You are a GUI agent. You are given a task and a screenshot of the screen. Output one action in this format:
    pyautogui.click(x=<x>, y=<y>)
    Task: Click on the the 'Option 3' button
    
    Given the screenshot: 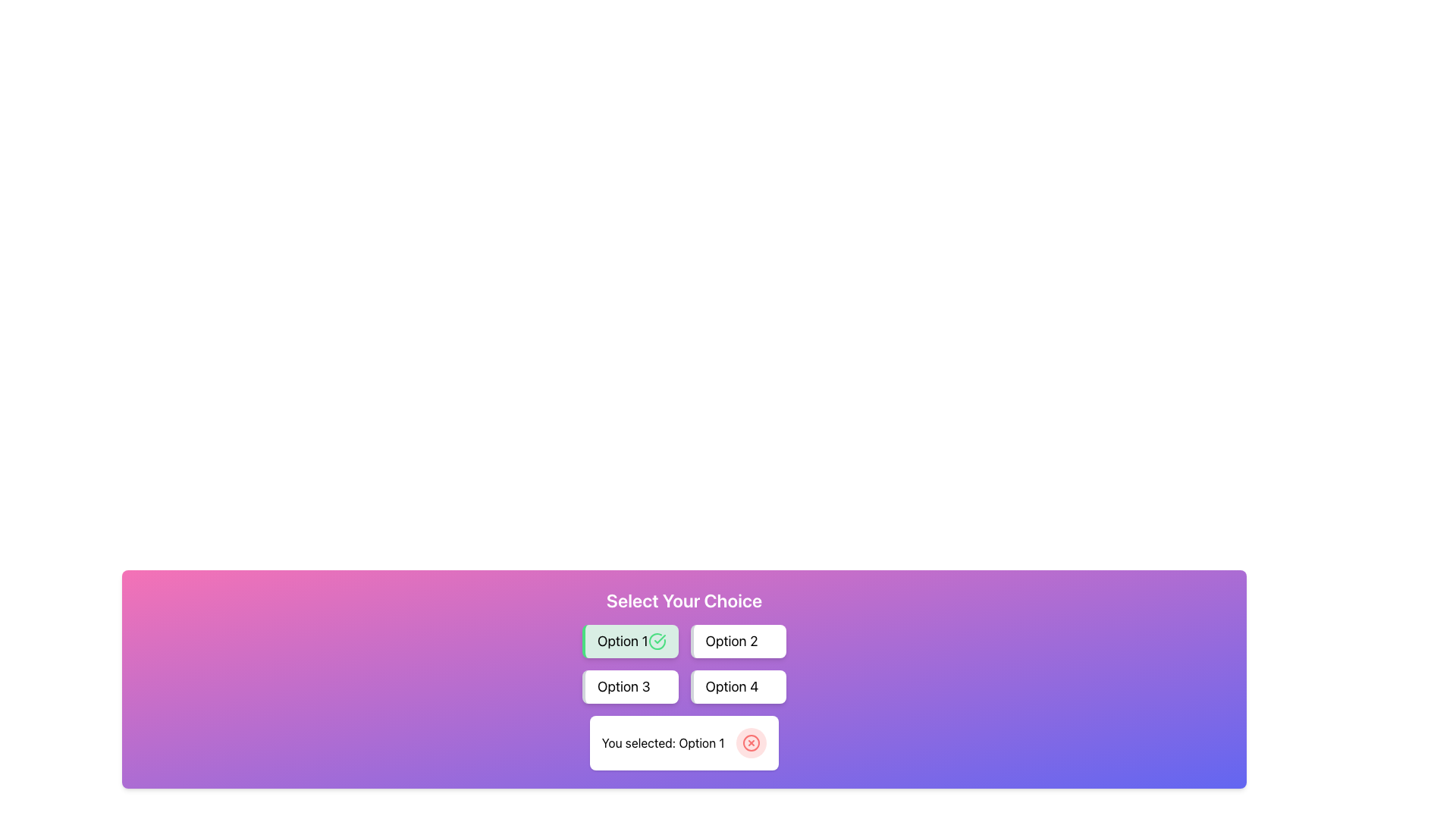 What is the action you would take?
    pyautogui.click(x=630, y=687)
    